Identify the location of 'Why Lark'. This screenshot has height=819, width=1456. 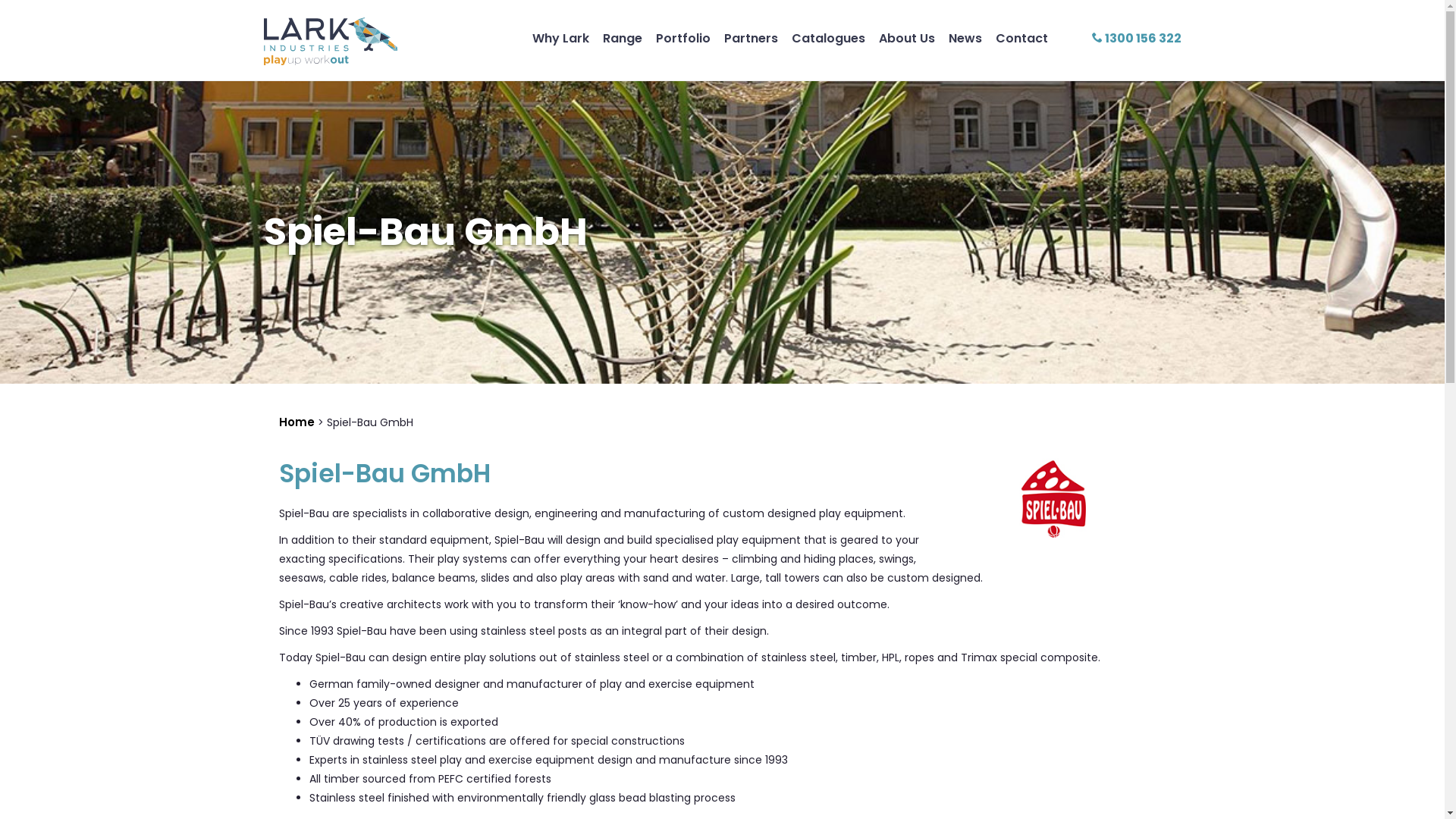
(560, 37).